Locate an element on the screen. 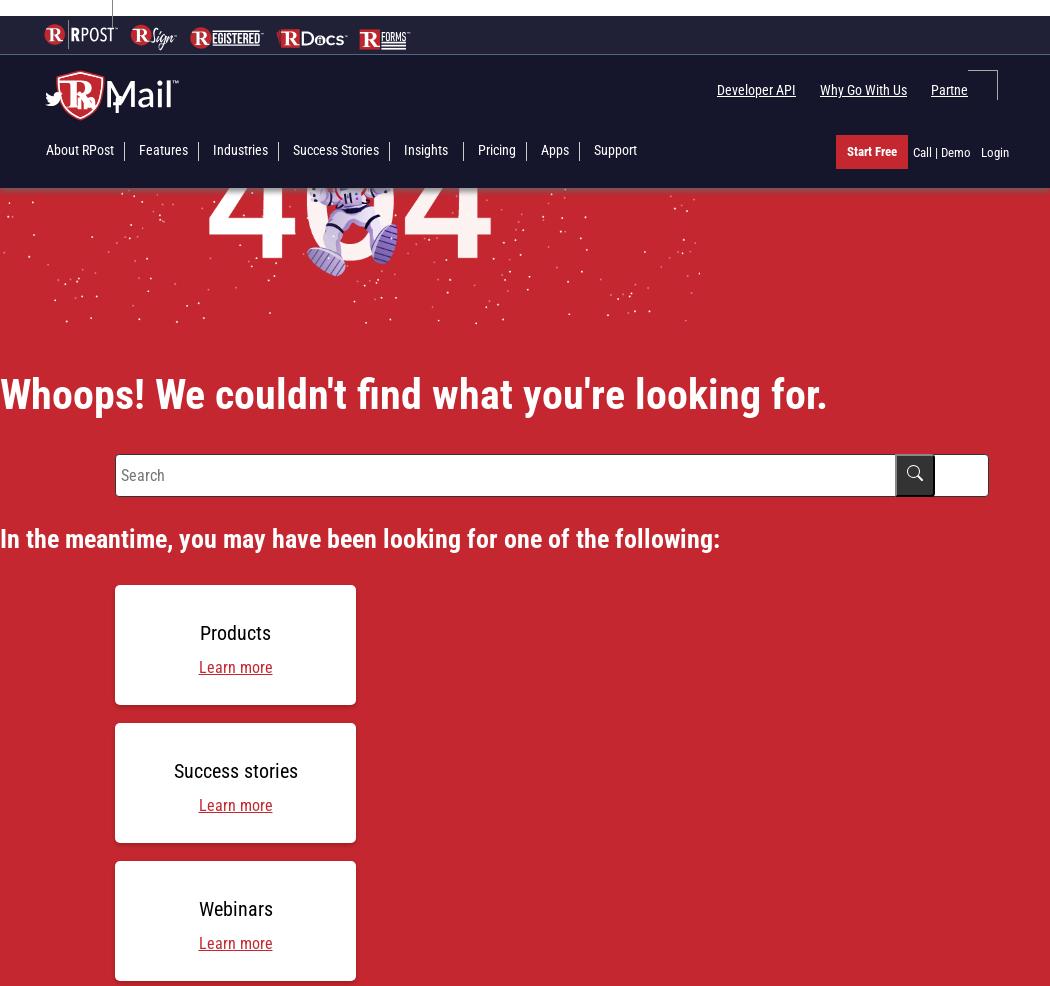 The height and width of the screenshot is (986, 1050). 'Pricing' is located at coordinates (495, 149).